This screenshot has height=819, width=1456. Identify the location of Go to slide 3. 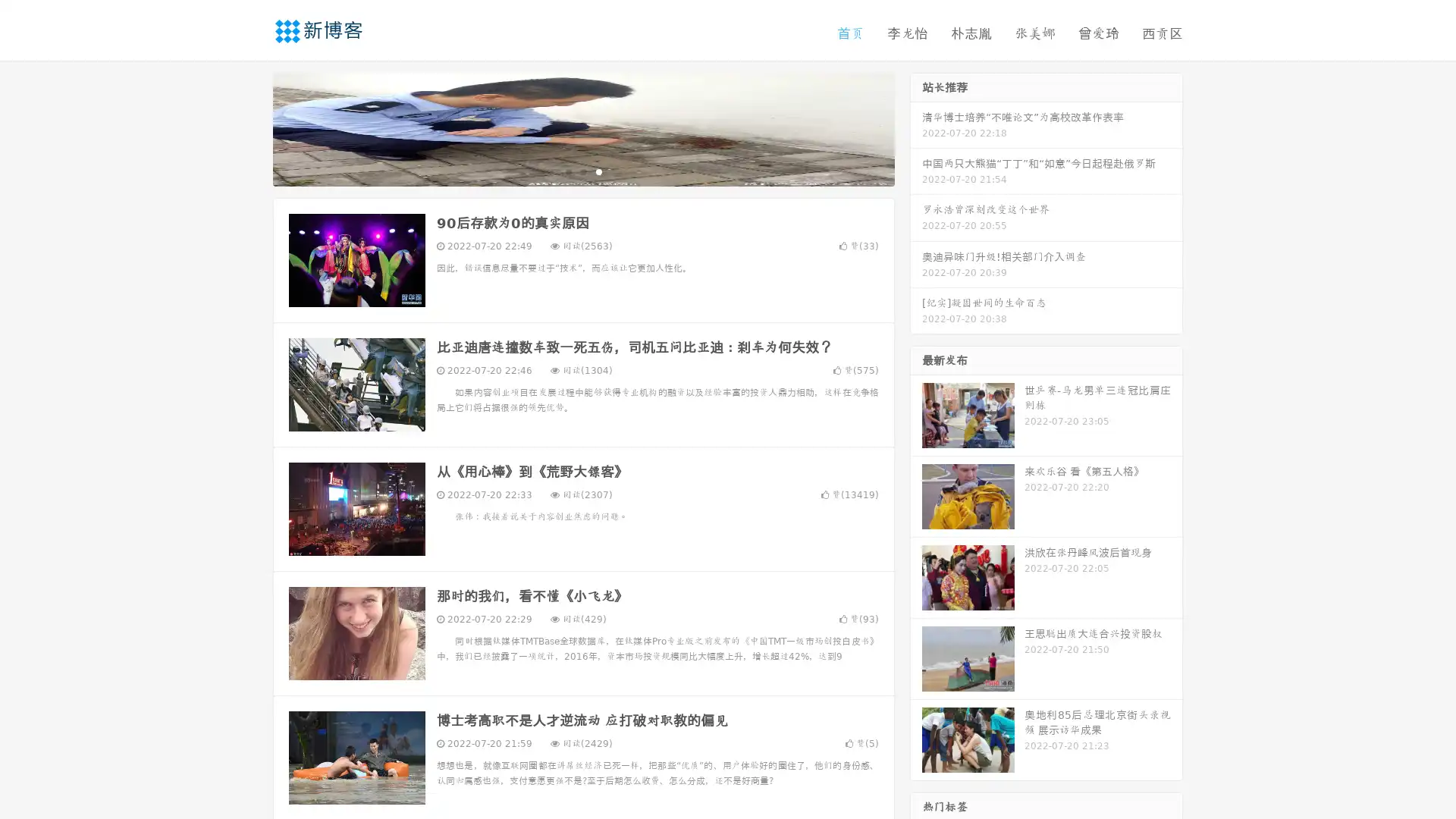
(598, 171).